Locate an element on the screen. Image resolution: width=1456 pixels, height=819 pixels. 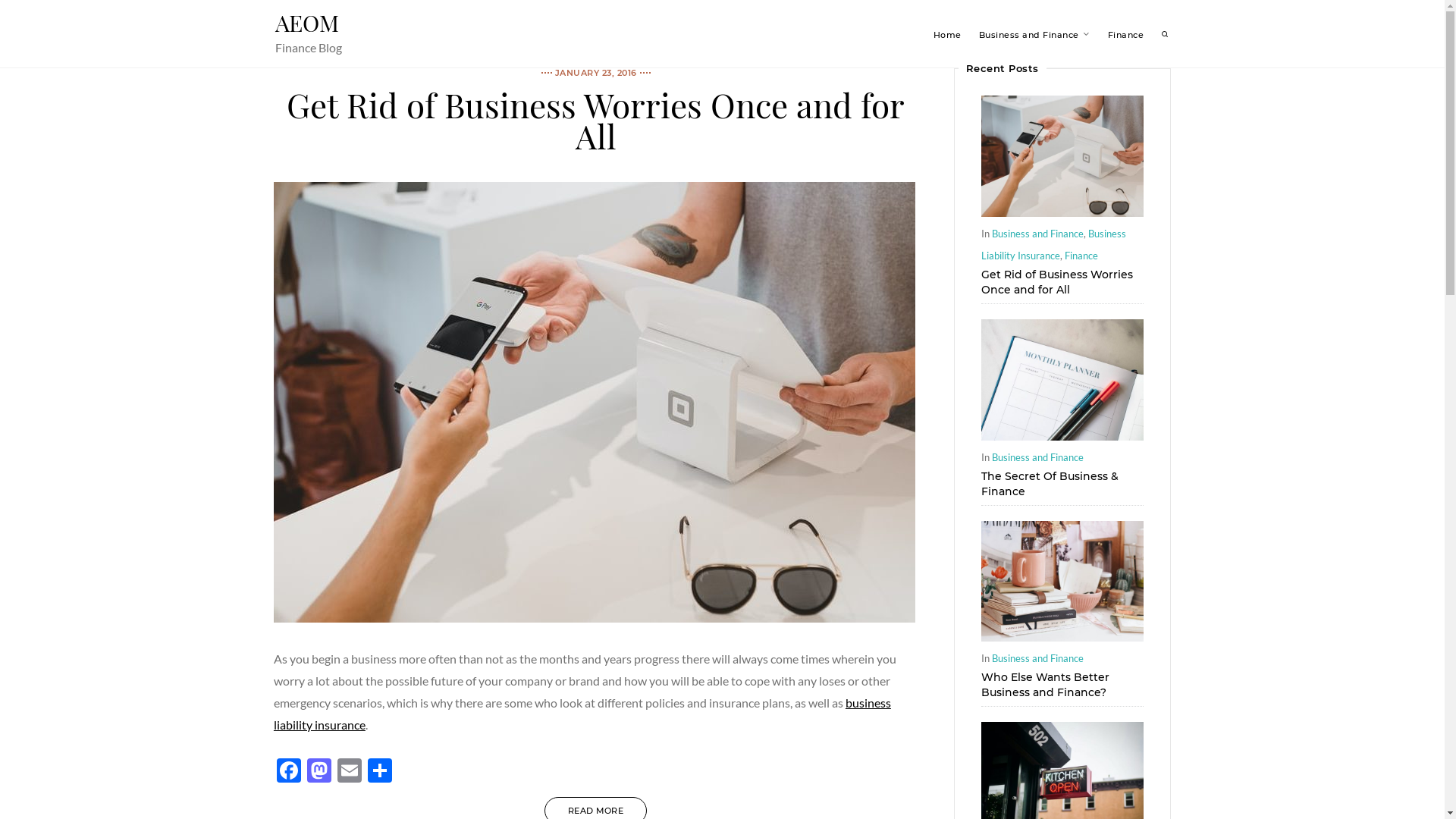
'Who Else Wants Better Business and Finance?' is located at coordinates (1044, 684).